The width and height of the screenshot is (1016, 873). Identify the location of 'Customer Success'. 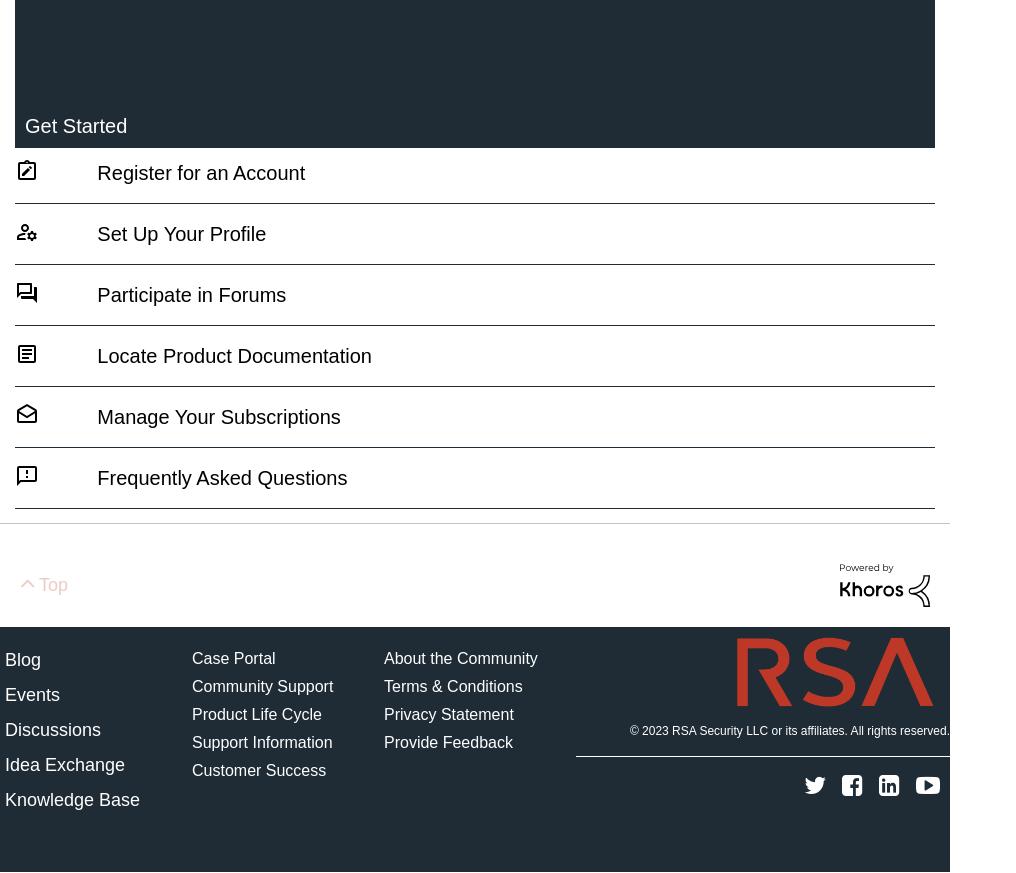
(192, 768).